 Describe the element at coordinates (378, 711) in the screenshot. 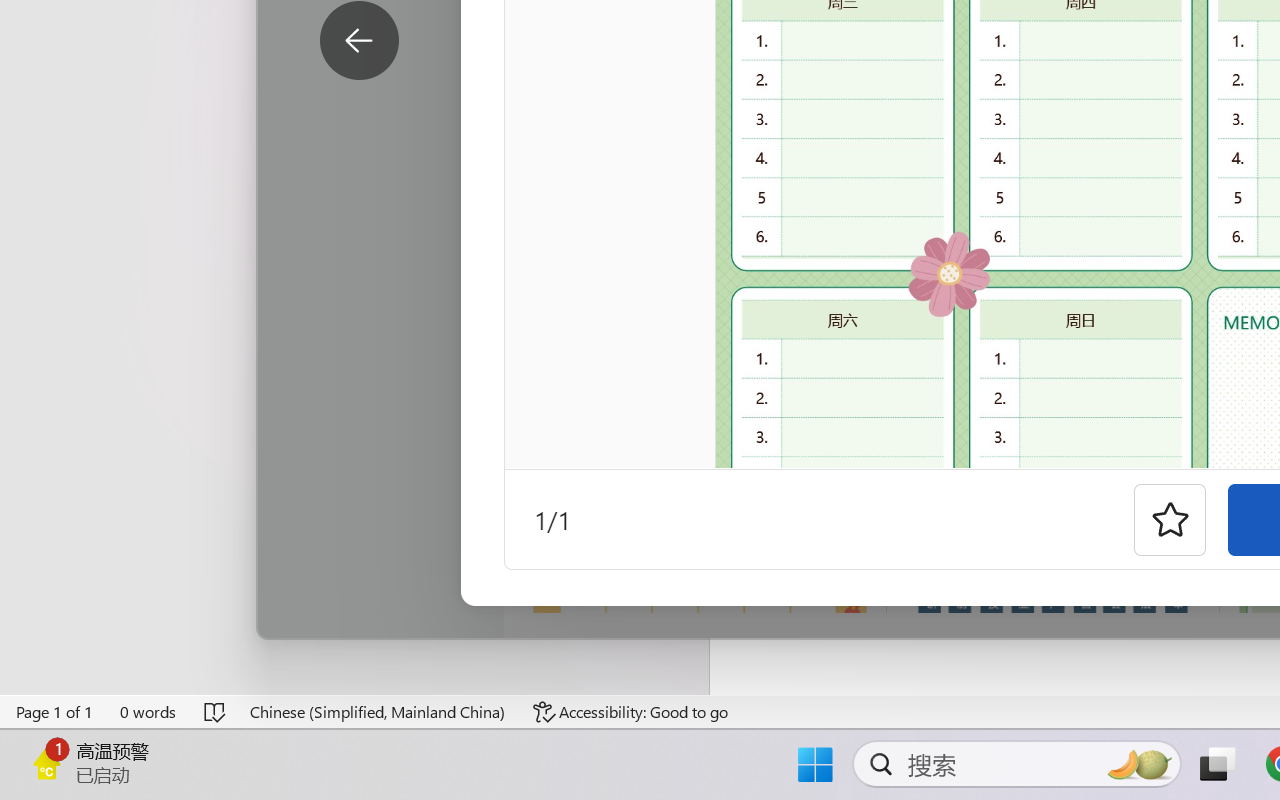

I see `'Language Chinese (Simplified, Mainland China)'` at that location.